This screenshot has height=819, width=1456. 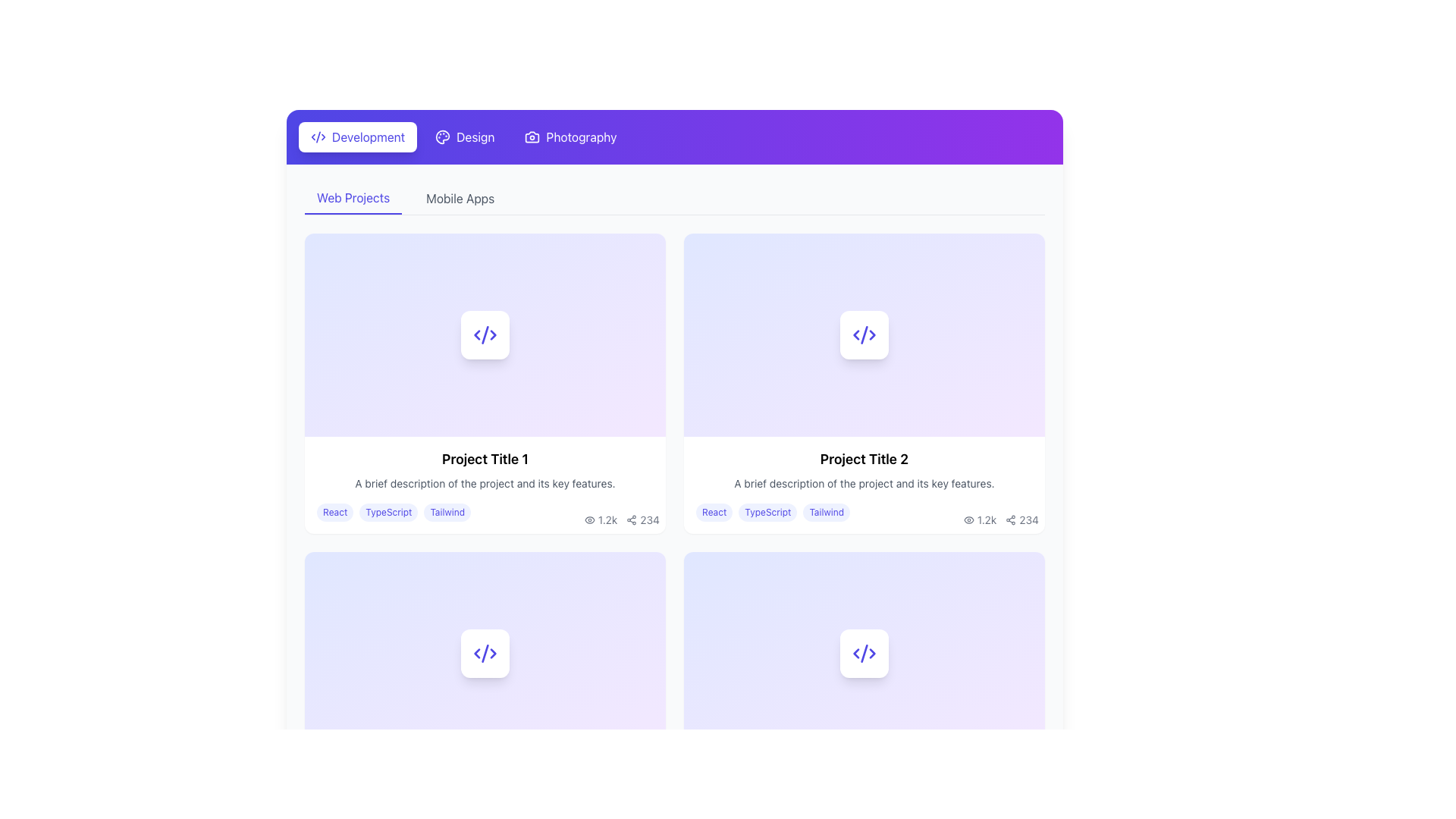 I want to click on the visibility indicator icon located in the bottom-right corner of the card labeled 'Project Title 1', which conveys the number of views (1.2k) associated with the content, so click(x=588, y=519).